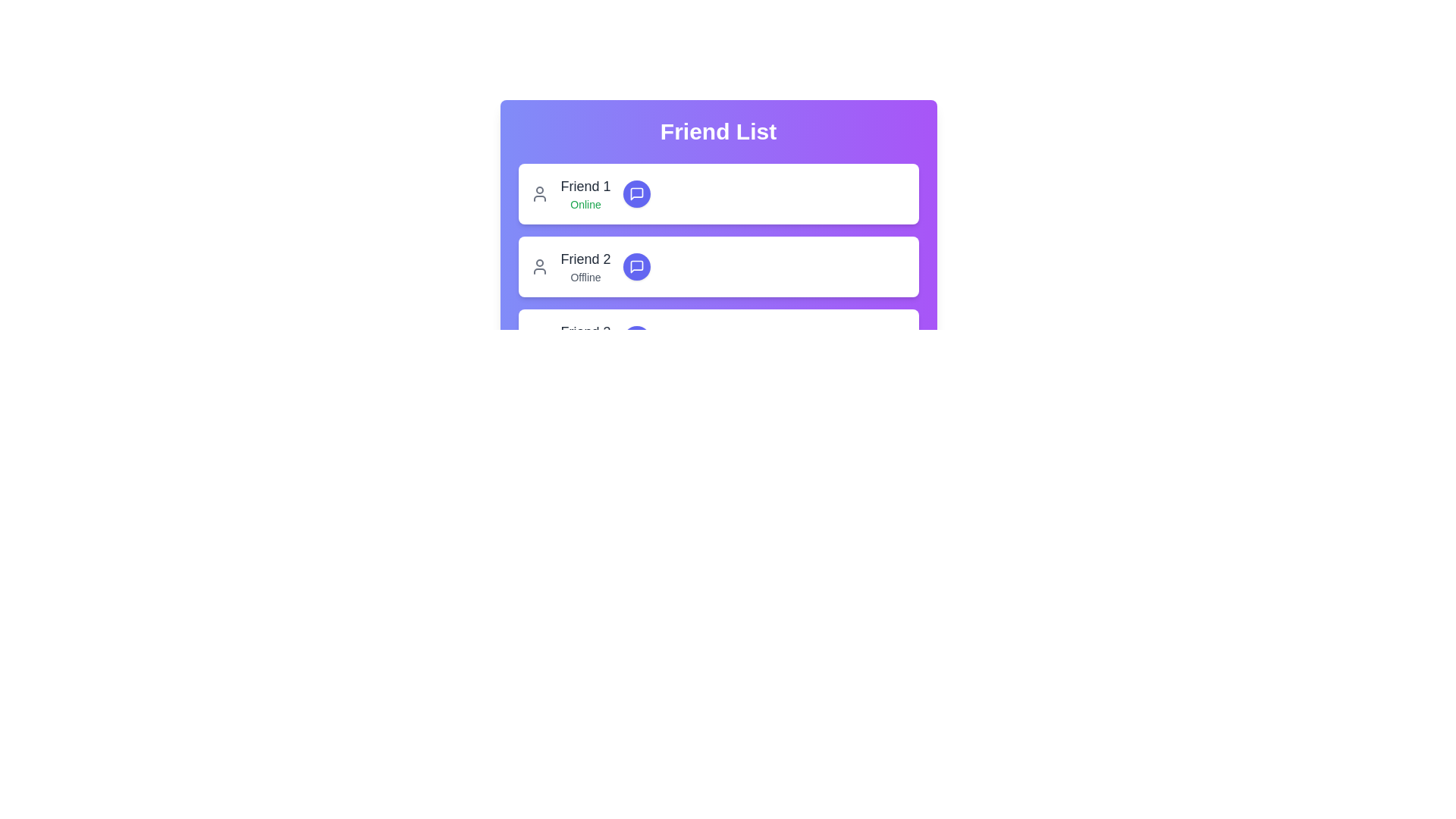  What do you see at coordinates (585, 193) in the screenshot?
I see `the 'Friend 1' text label indicating online status` at bounding box center [585, 193].